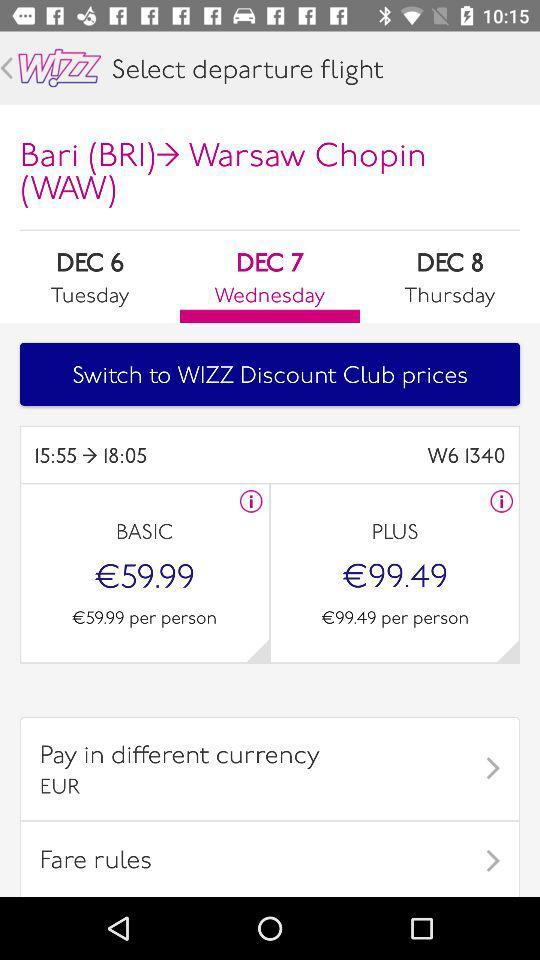 This screenshot has width=540, height=960. I want to click on wizz, so click(59, 68).